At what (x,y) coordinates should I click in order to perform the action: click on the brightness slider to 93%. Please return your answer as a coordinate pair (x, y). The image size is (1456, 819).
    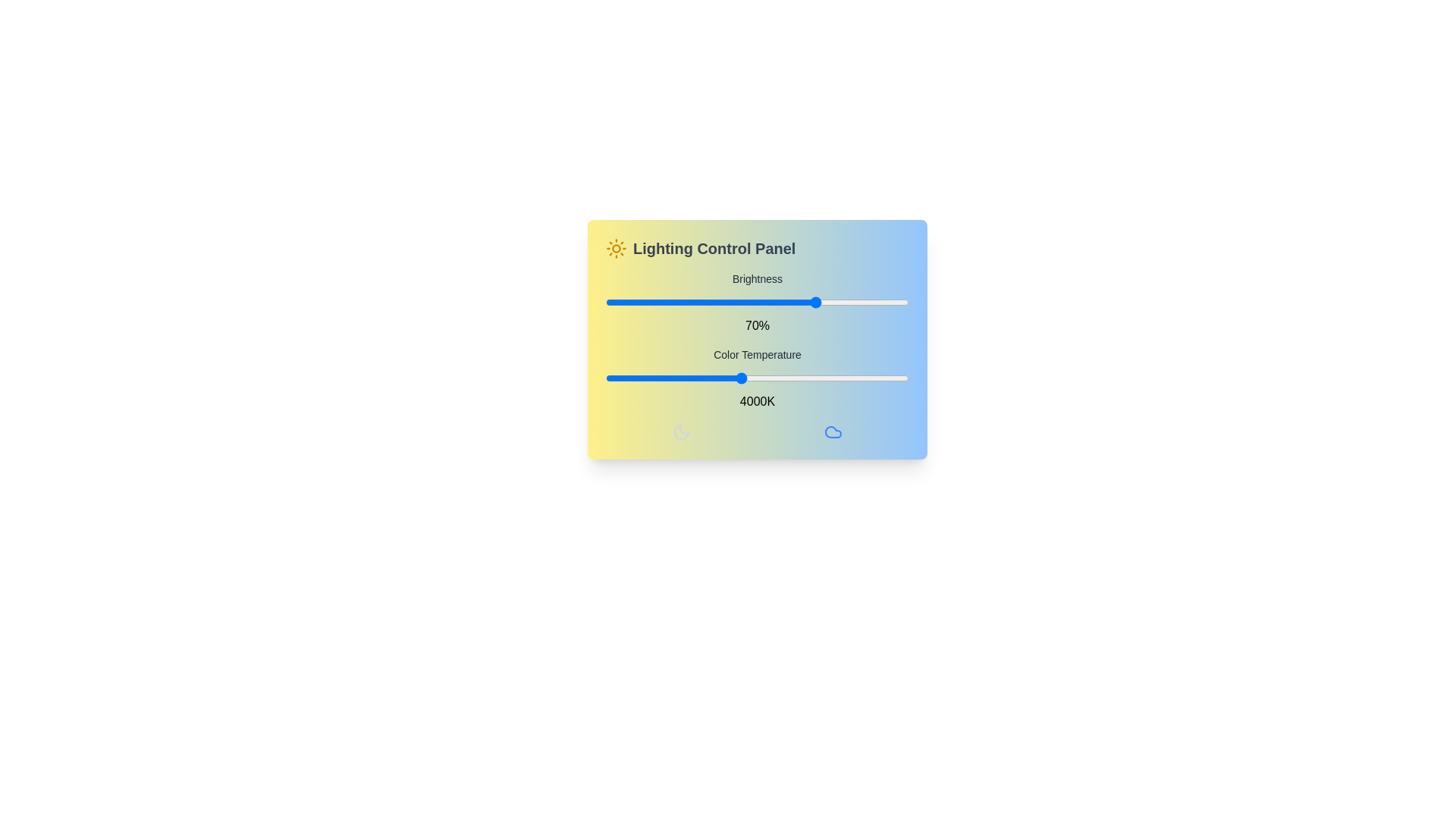
    Looking at the image, I should click on (888, 302).